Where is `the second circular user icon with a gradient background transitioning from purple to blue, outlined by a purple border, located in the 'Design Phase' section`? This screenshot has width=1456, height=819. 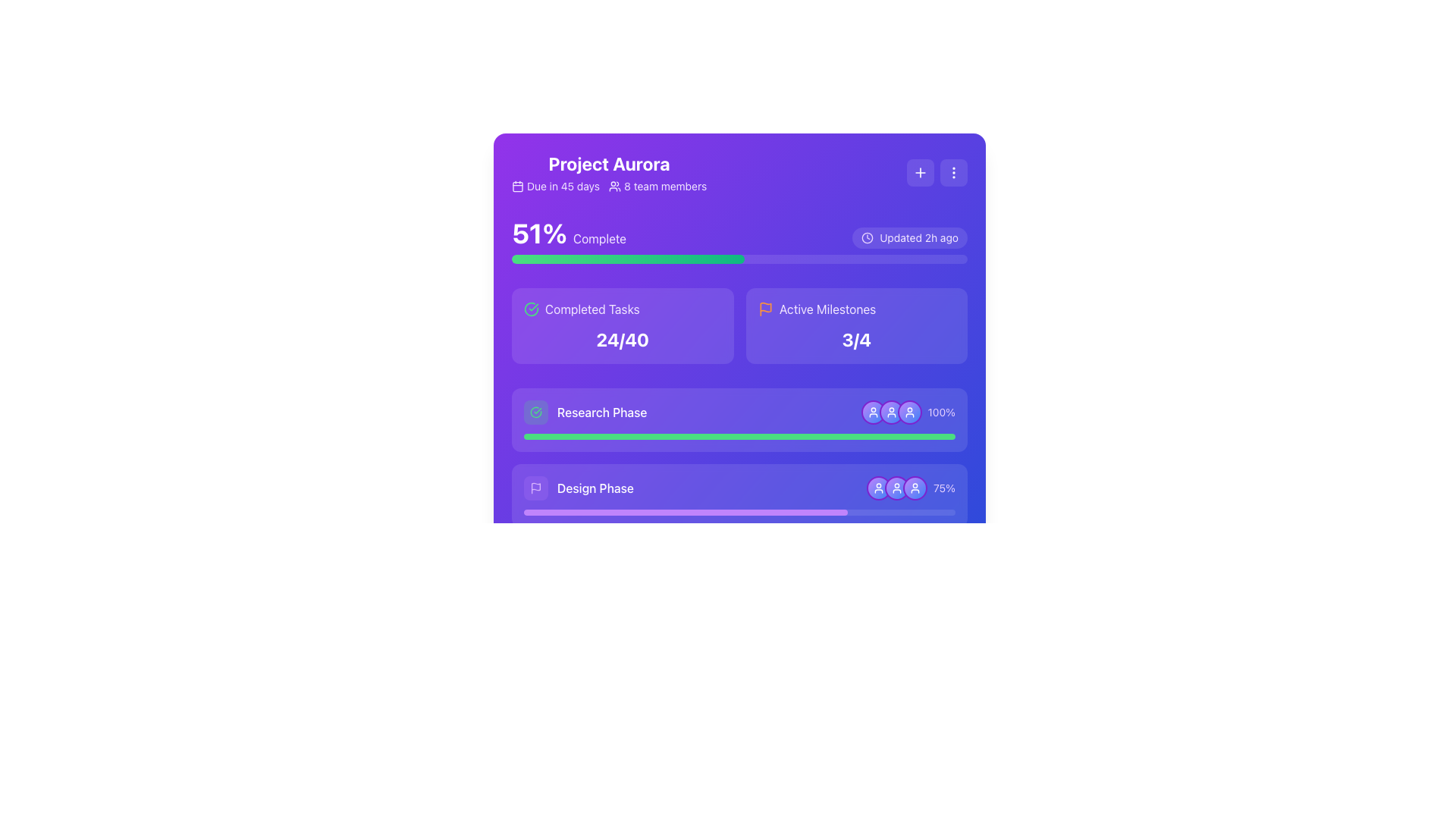 the second circular user icon with a gradient background transitioning from purple to blue, outlined by a purple border, located in the 'Design Phase' section is located at coordinates (896, 488).